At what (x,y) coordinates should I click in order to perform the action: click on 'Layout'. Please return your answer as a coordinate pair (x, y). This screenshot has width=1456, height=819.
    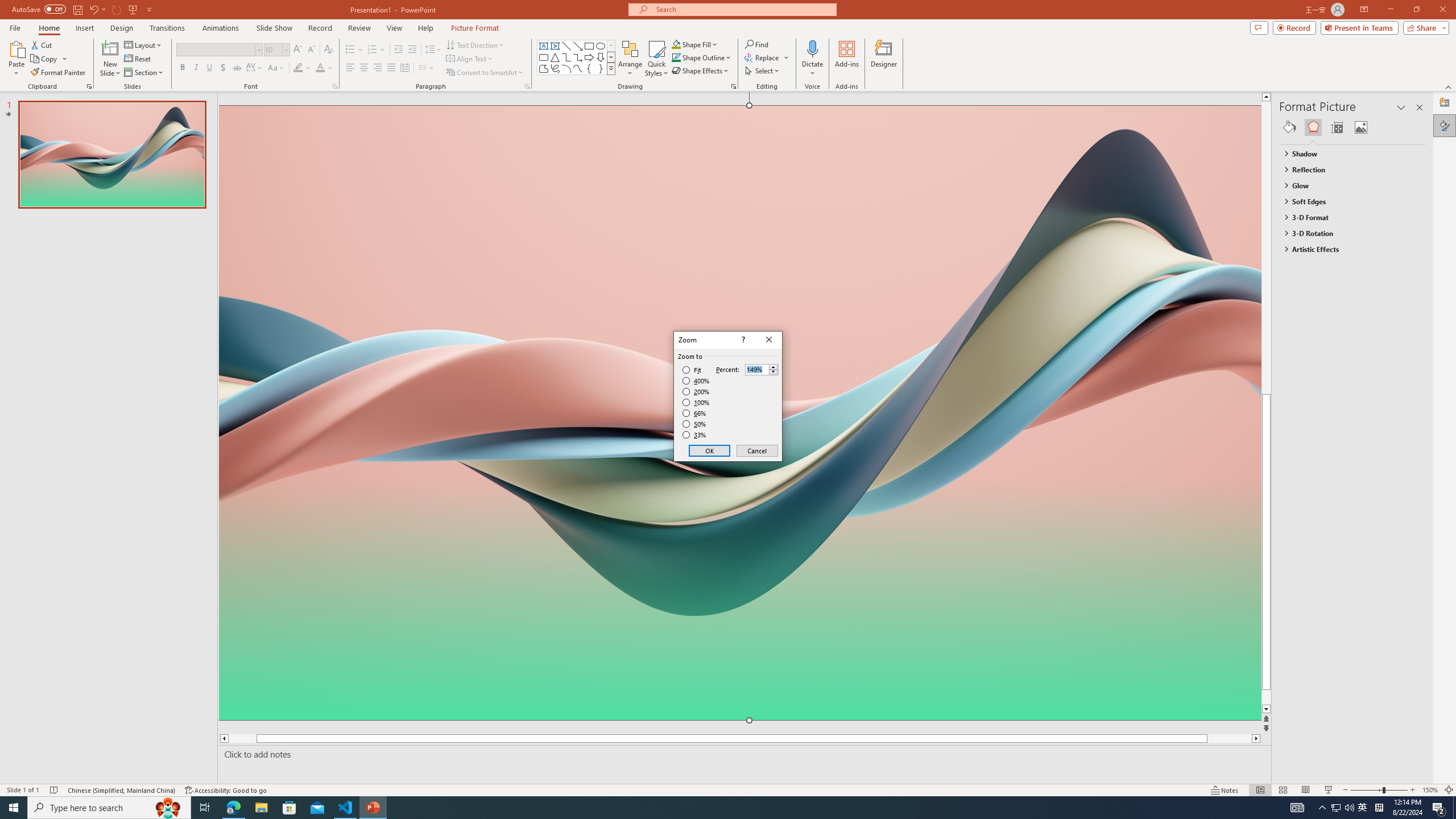
    Looking at the image, I should click on (143, 44).